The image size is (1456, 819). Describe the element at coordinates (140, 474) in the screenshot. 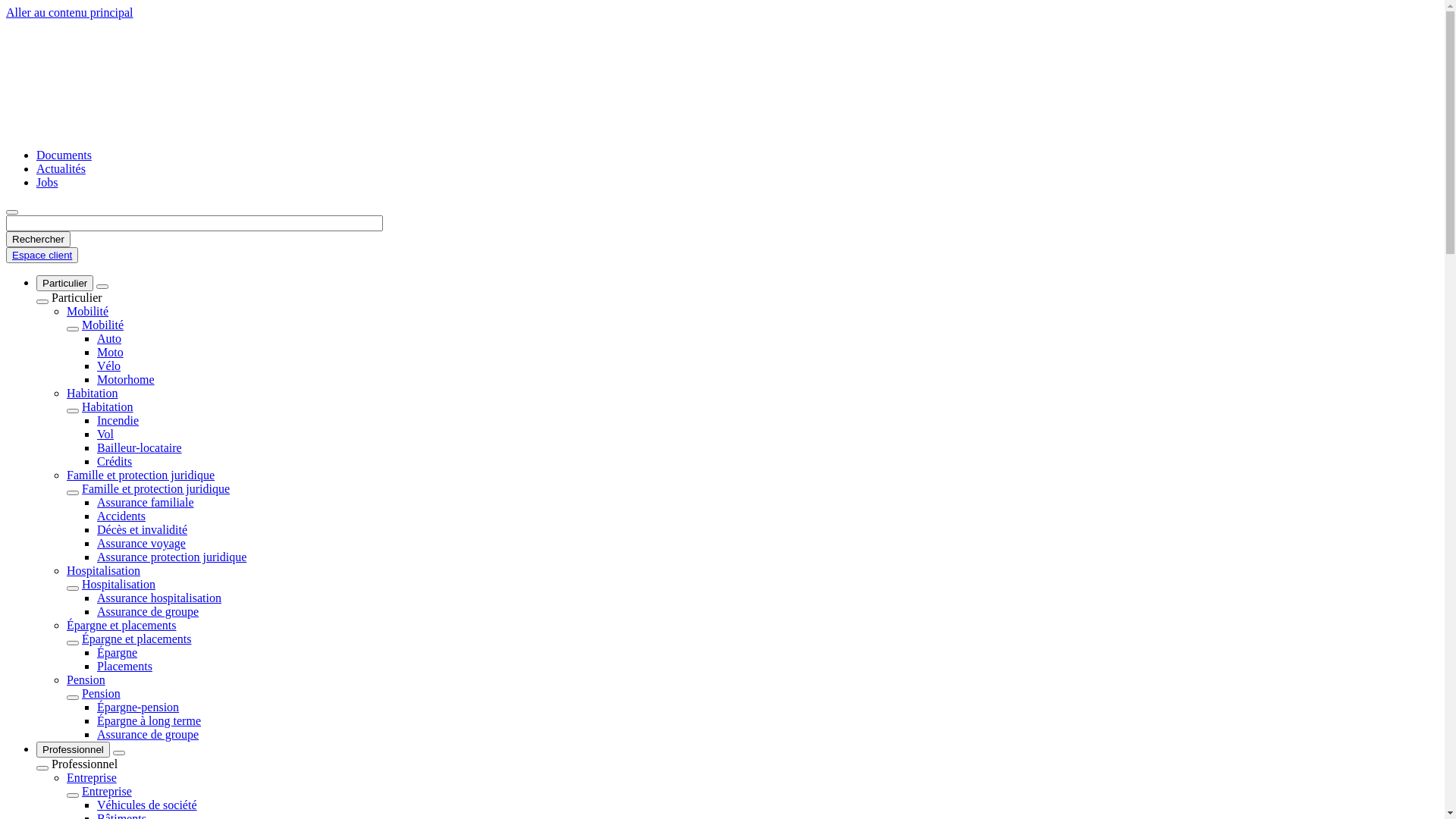

I see `'Famille et protection juridique'` at that location.